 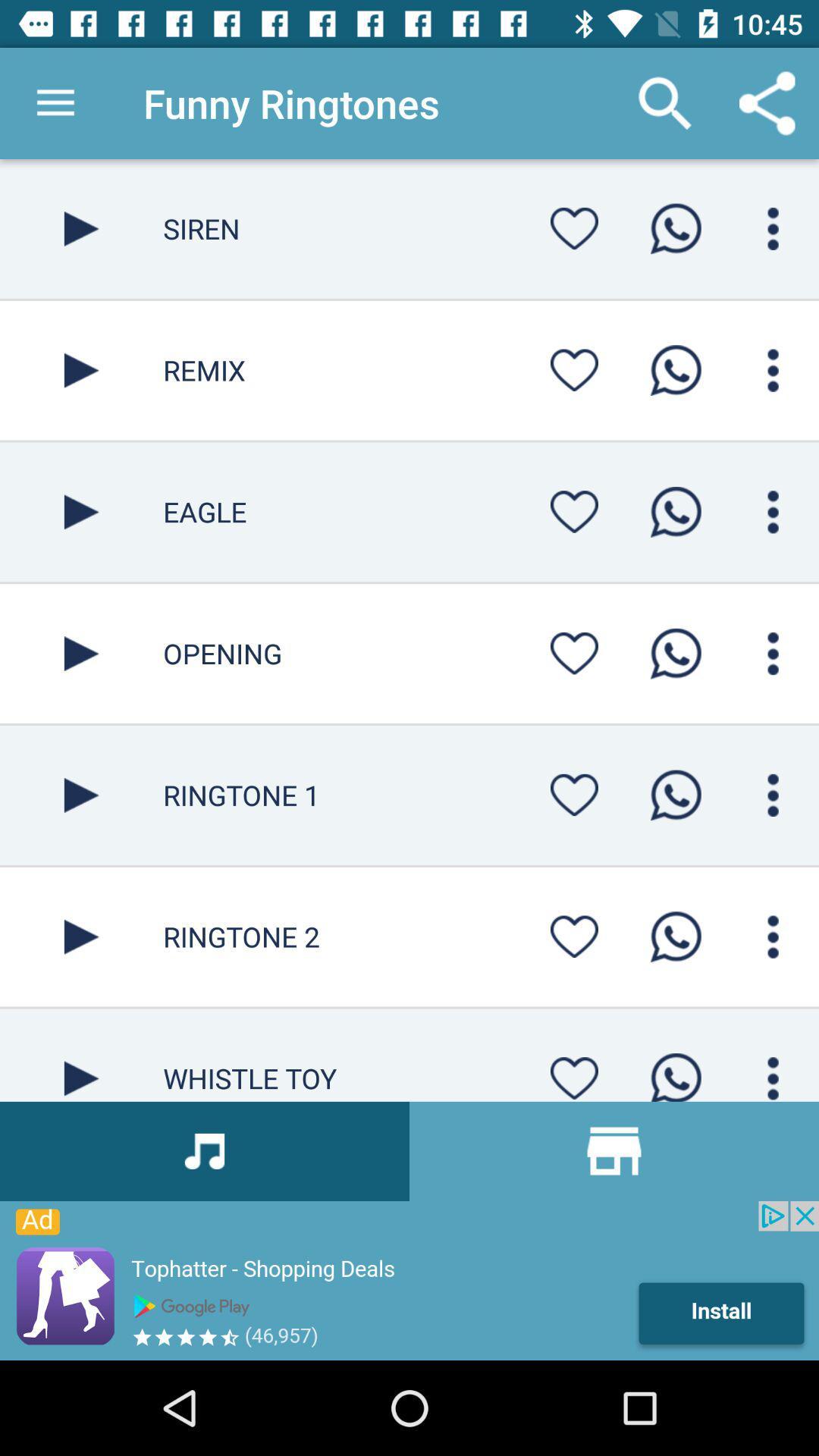 What do you see at coordinates (81, 1054) in the screenshot?
I see `ringstones page` at bounding box center [81, 1054].